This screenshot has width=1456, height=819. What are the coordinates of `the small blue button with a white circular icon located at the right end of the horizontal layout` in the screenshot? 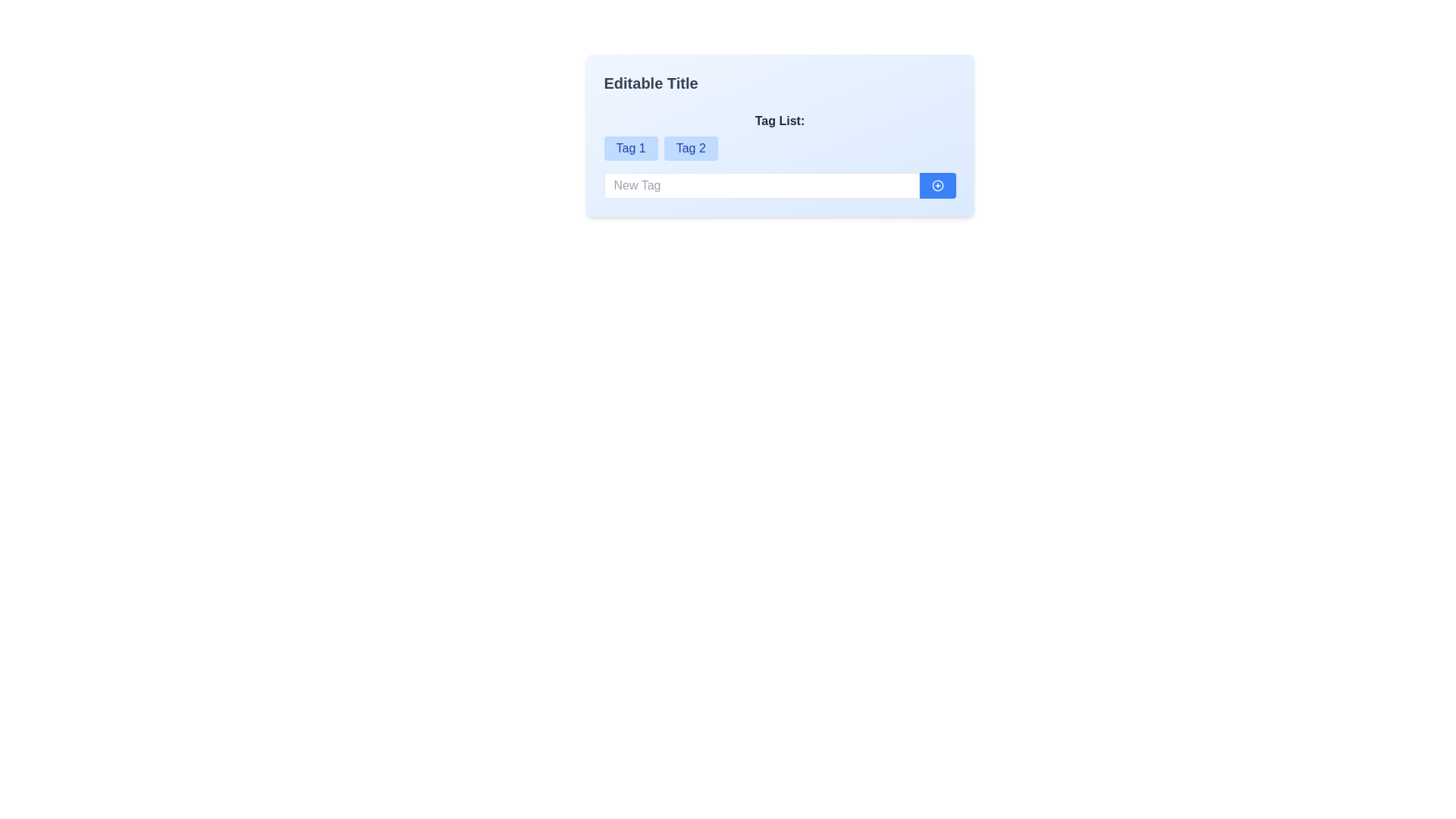 It's located at (937, 185).